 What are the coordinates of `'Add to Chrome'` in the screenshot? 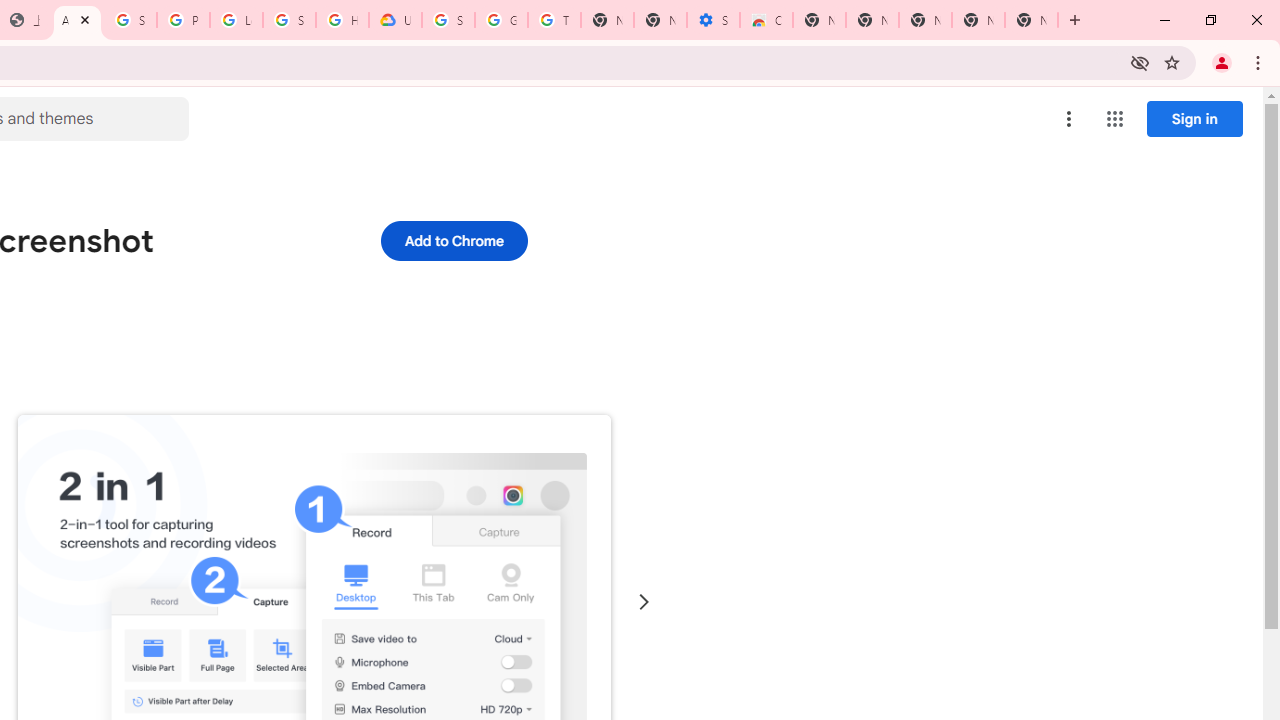 It's located at (452, 239).